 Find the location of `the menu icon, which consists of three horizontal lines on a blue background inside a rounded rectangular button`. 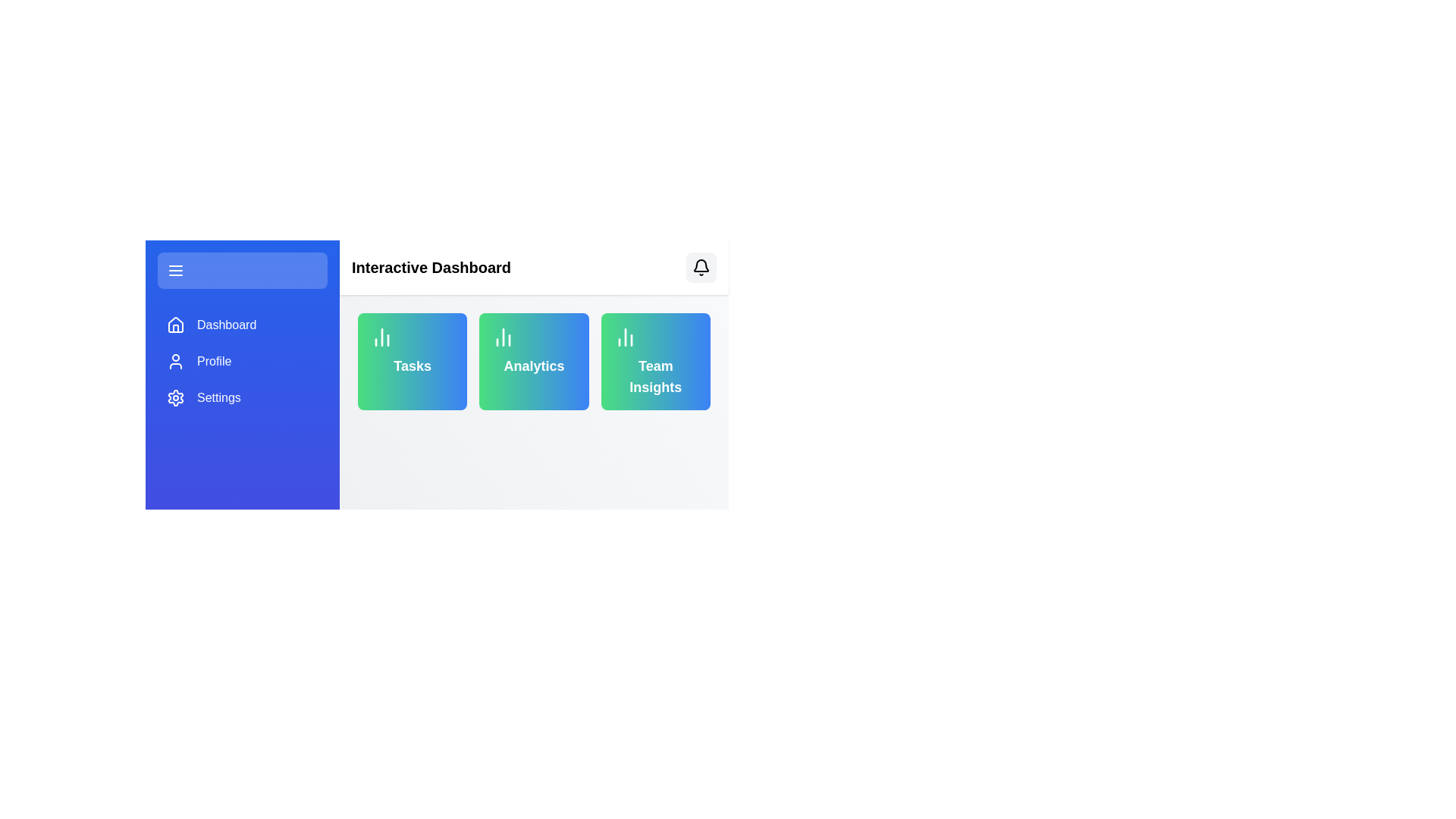

the menu icon, which consists of three horizontal lines on a blue background inside a rounded rectangular button is located at coordinates (175, 270).